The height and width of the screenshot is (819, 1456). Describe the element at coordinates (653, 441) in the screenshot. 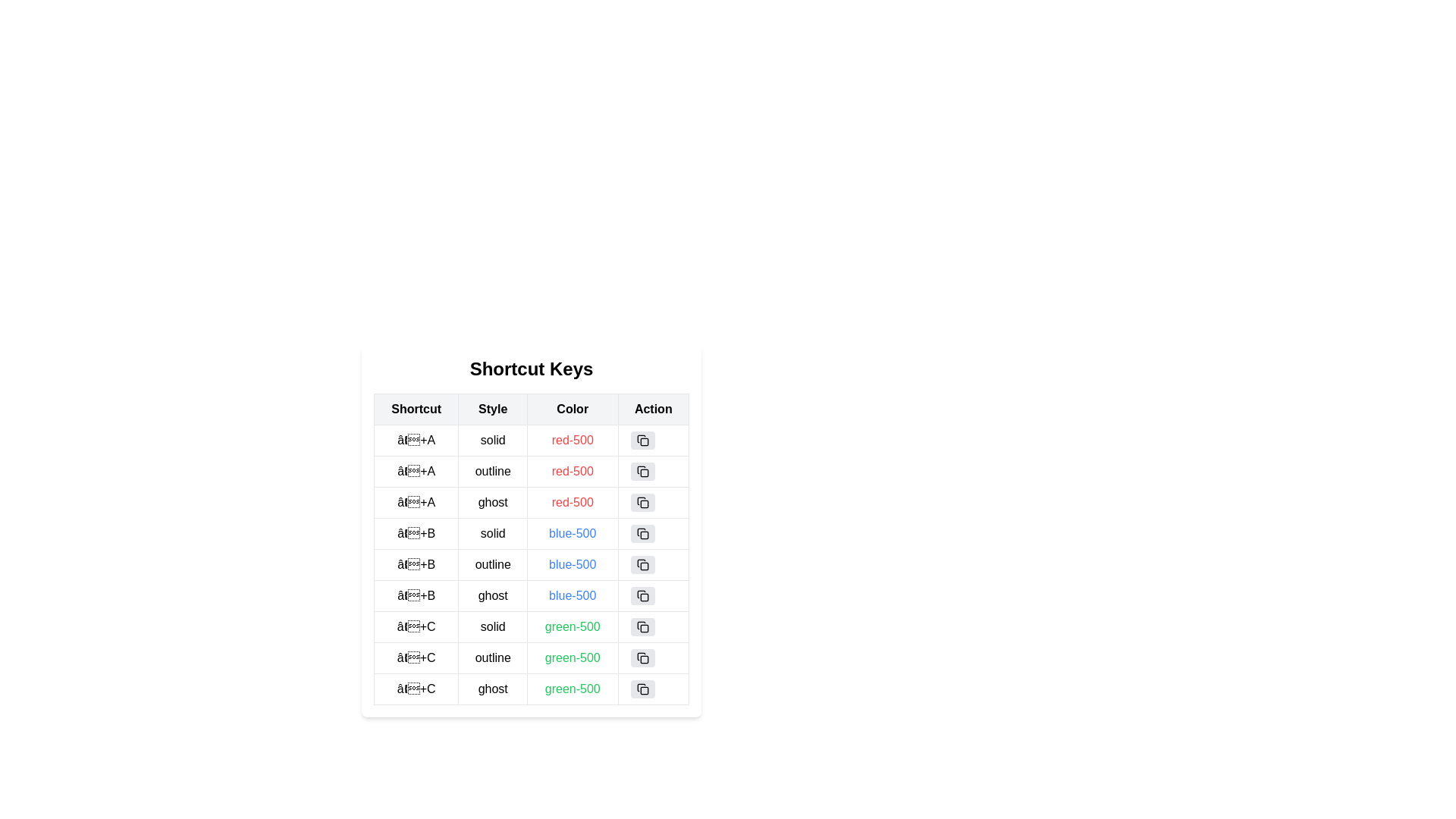

I see `the empty Table Cell in the 'Action' column of the 'Shortcut Keys' table, which is the fourth cell in the row containing '⌘+A', 'solid', and 'red-500'` at that location.